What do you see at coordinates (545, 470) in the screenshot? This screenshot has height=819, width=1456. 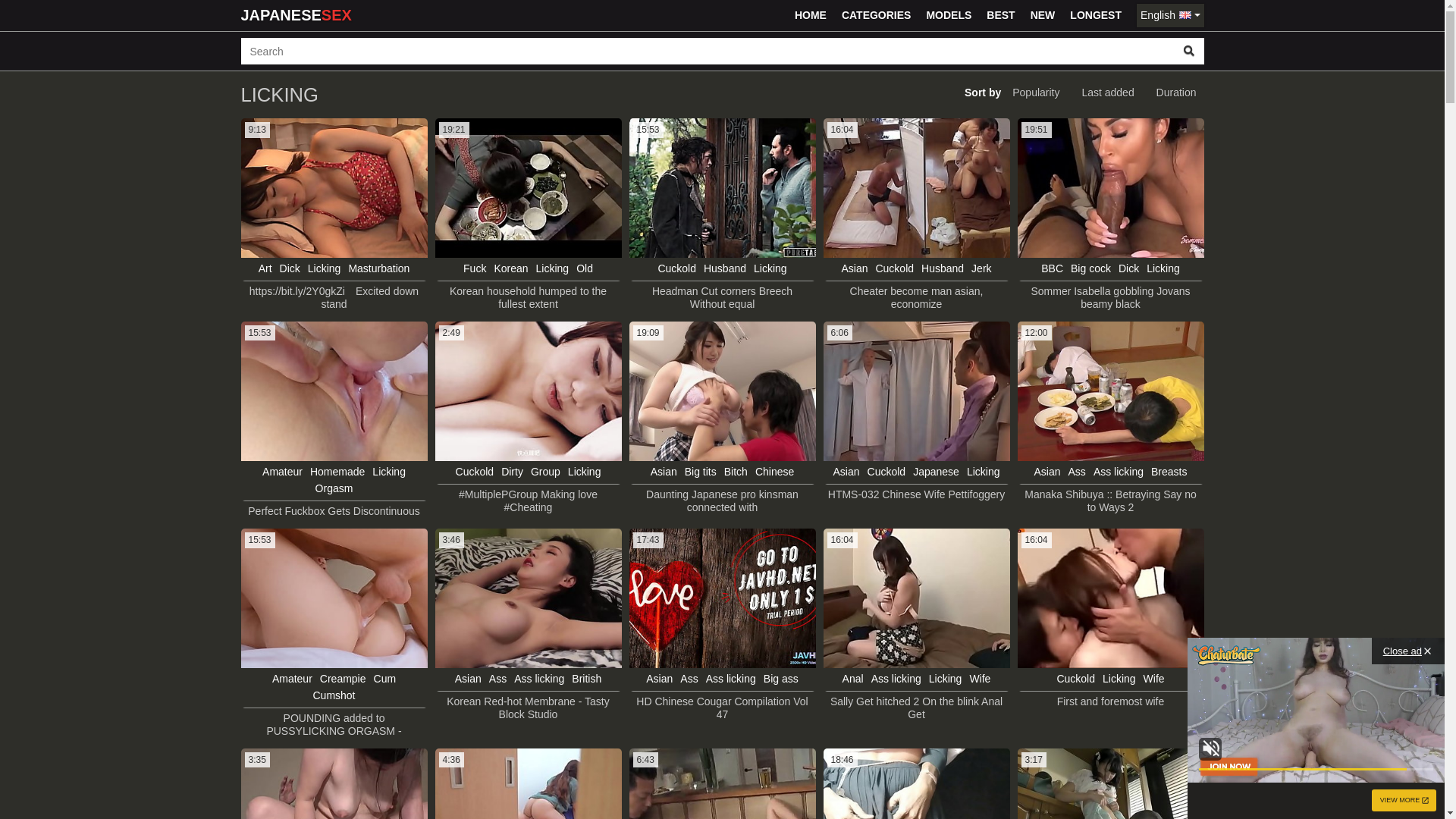 I see `'Group'` at bounding box center [545, 470].